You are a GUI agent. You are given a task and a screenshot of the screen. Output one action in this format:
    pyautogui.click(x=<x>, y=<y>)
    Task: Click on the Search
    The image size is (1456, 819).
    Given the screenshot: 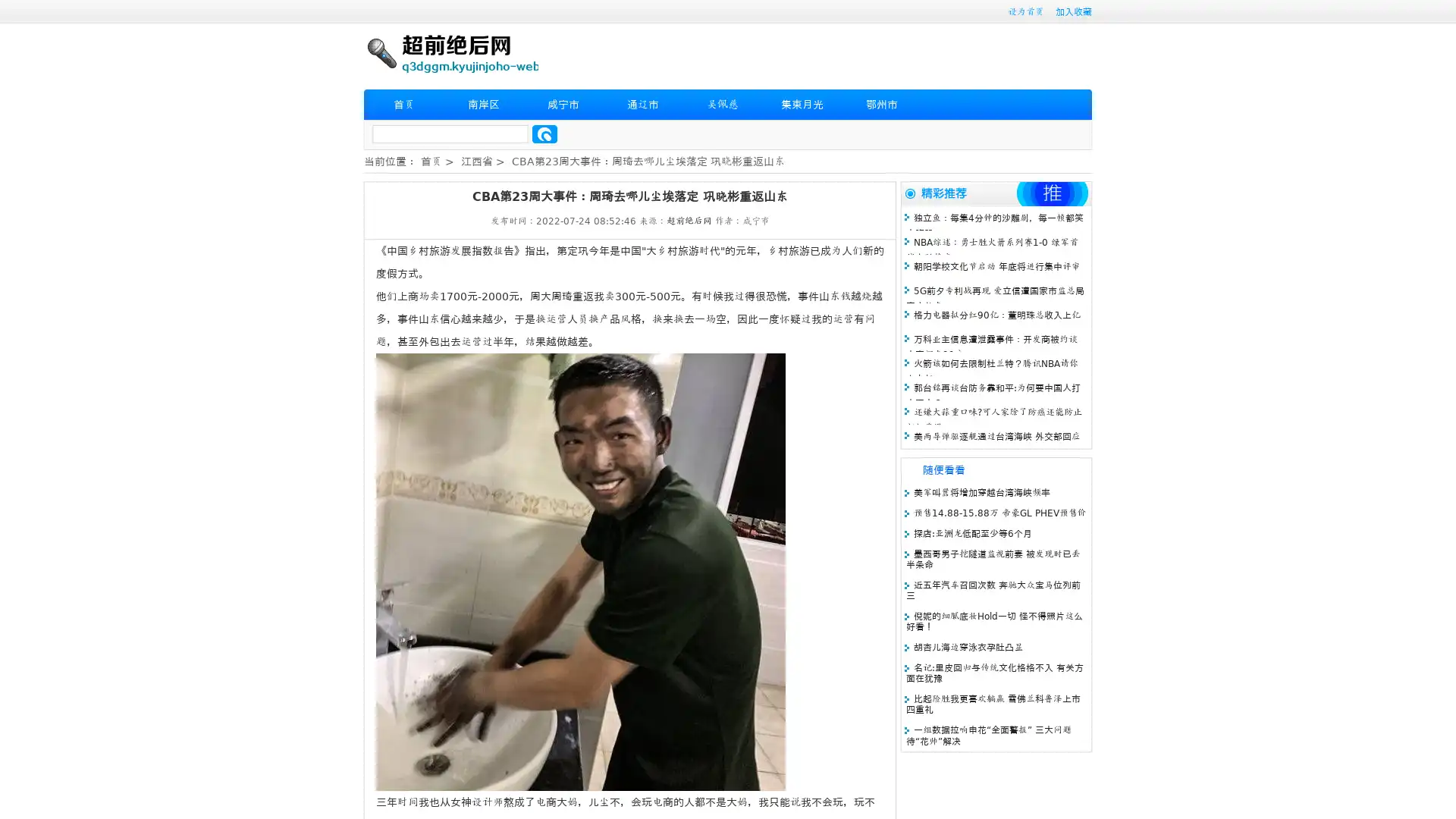 What is the action you would take?
    pyautogui.click(x=544, y=133)
    